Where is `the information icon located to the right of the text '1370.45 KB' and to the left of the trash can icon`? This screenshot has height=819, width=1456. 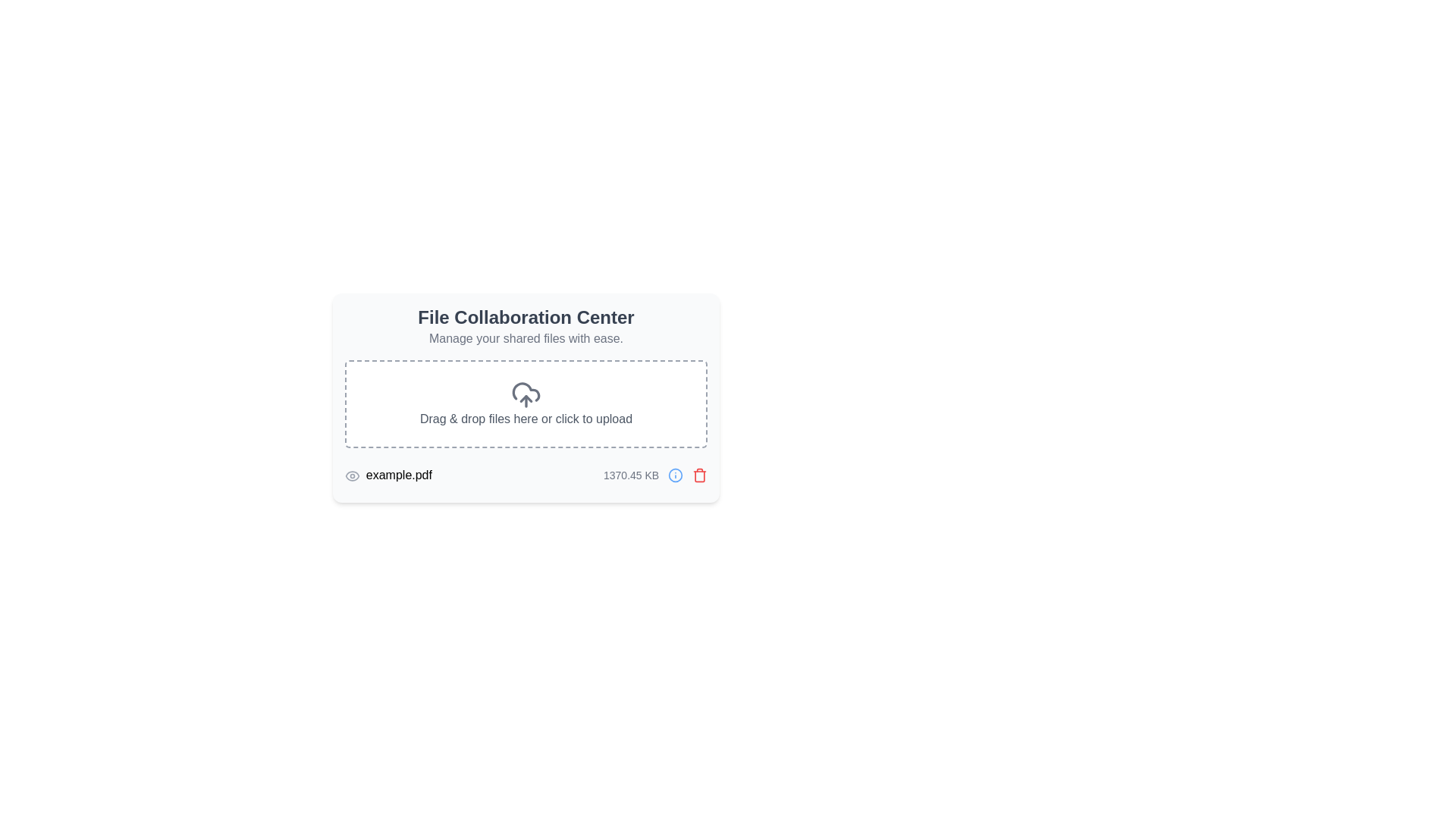 the information icon located to the right of the text '1370.45 KB' and to the left of the trash can icon is located at coordinates (675, 475).